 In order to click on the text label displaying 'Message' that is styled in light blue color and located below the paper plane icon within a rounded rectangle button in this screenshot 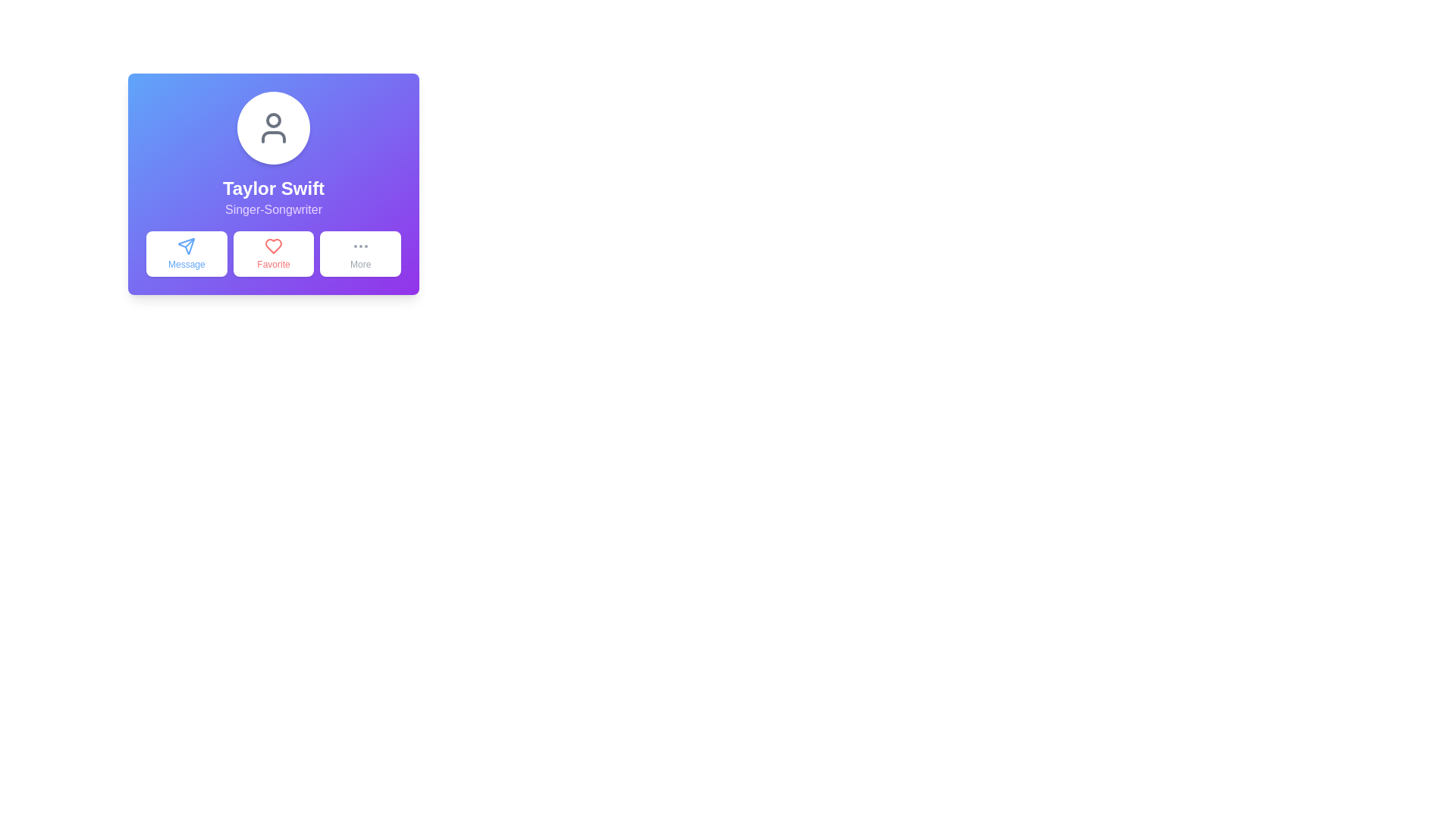, I will do `click(186, 263)`.